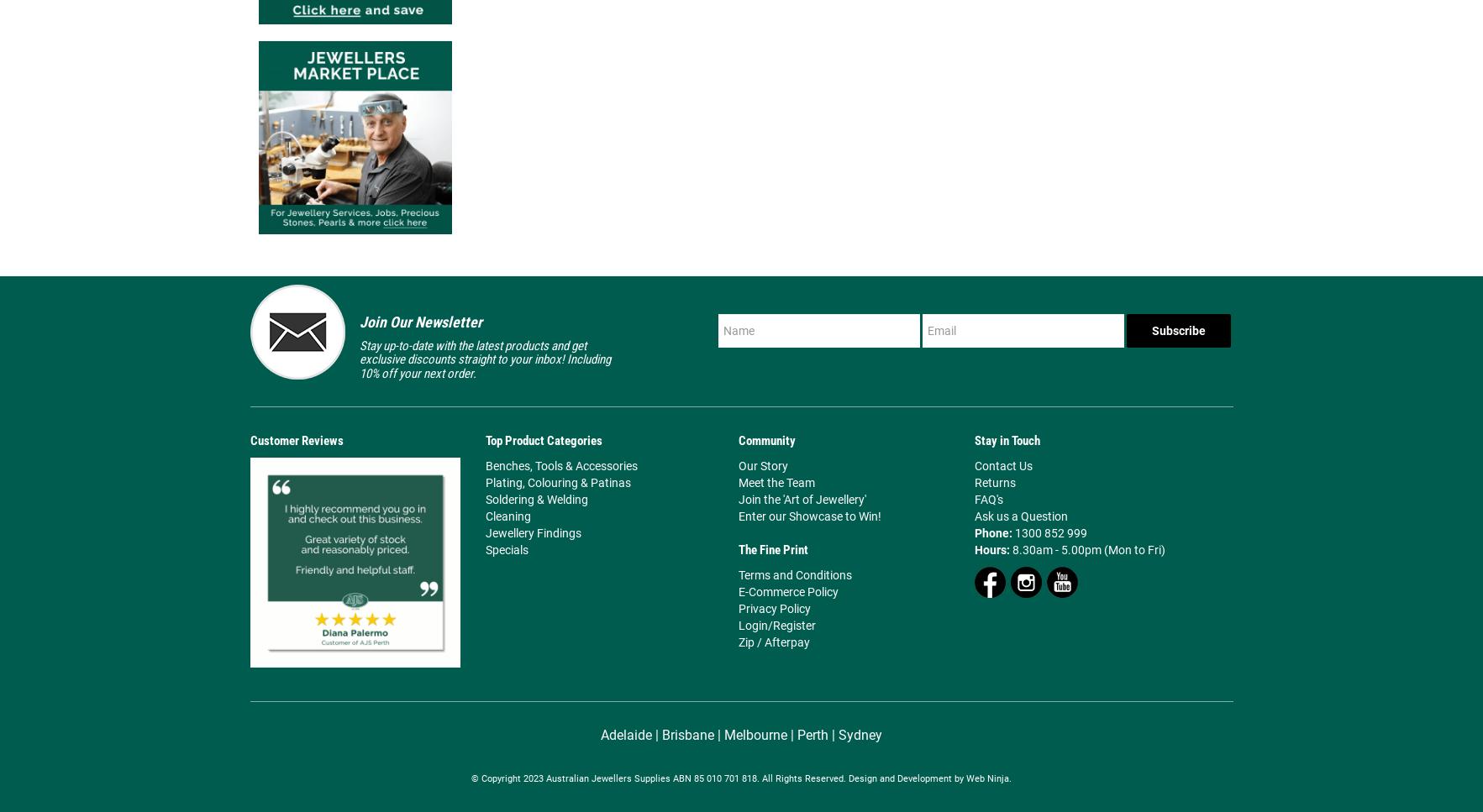 This screenshot has width=1483, height=812. Describe the element at coordinates (557, 481) in the screenshot. I see `'Plating, Colouring & Patinas'` at that location.